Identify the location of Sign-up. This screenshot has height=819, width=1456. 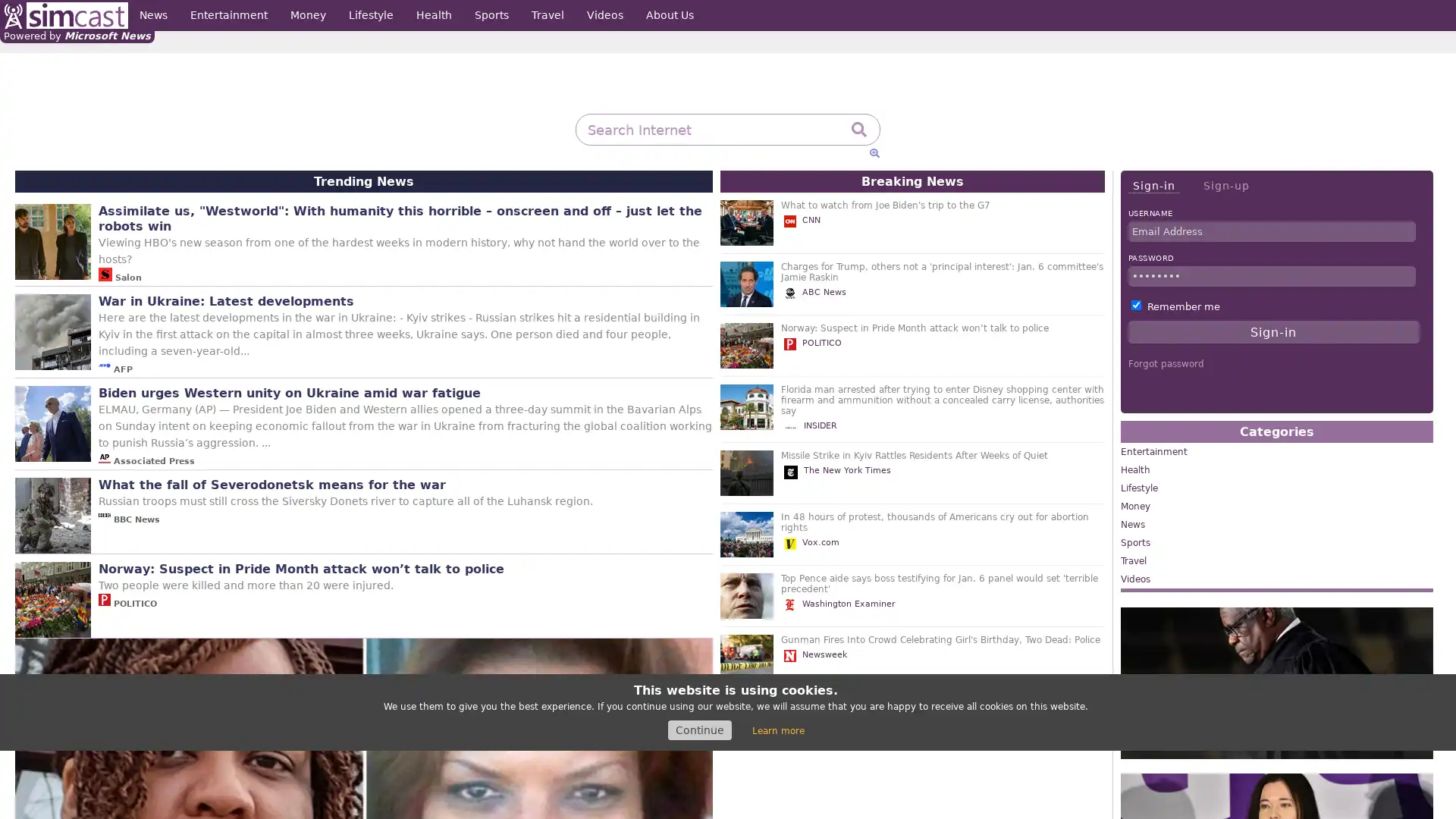
(1225, 185).